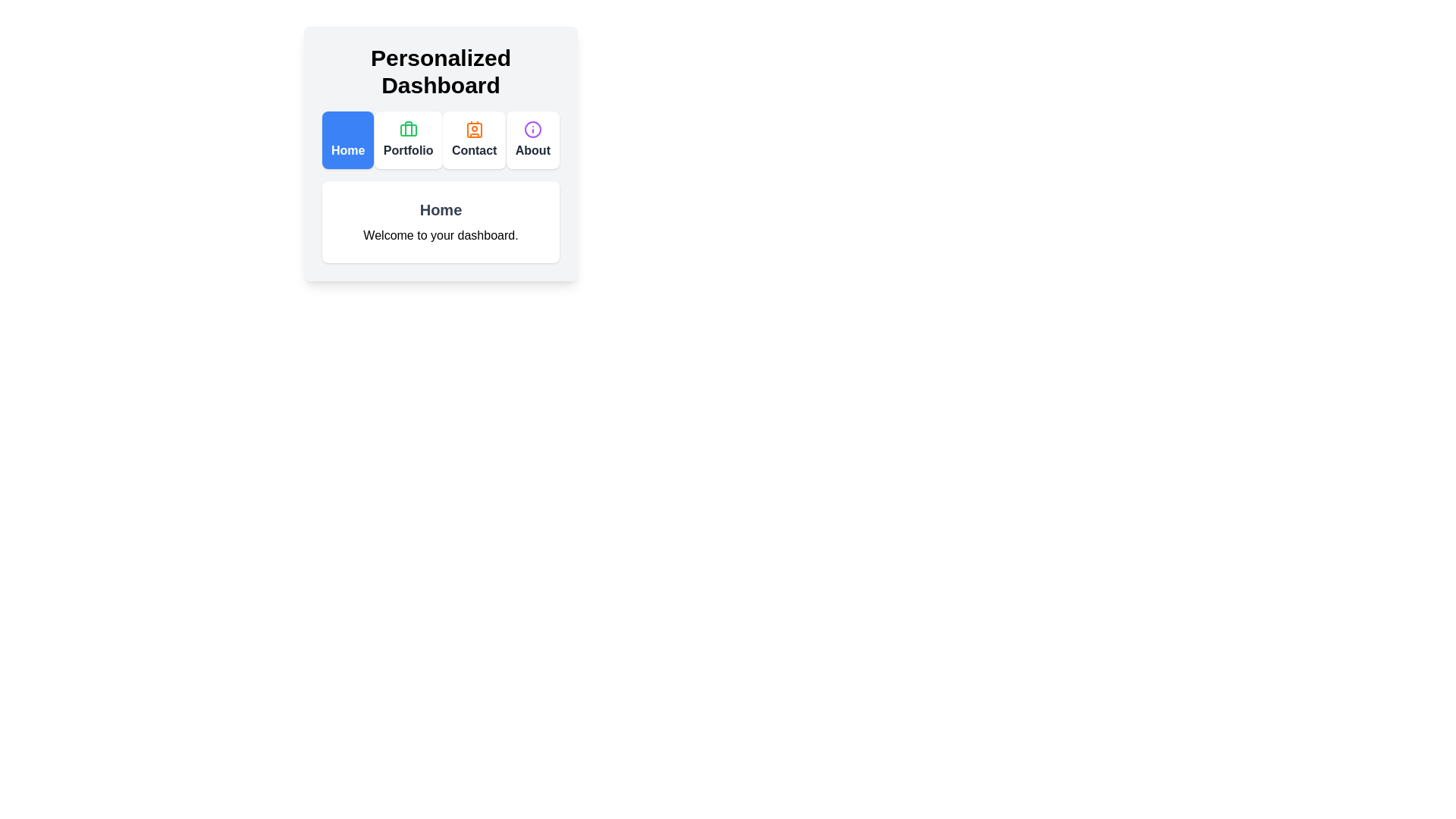 The image size is (1456, 819). Describe the element at coordinates (532, 140) in the screenshot. I see `the tab labeled About` at that location.